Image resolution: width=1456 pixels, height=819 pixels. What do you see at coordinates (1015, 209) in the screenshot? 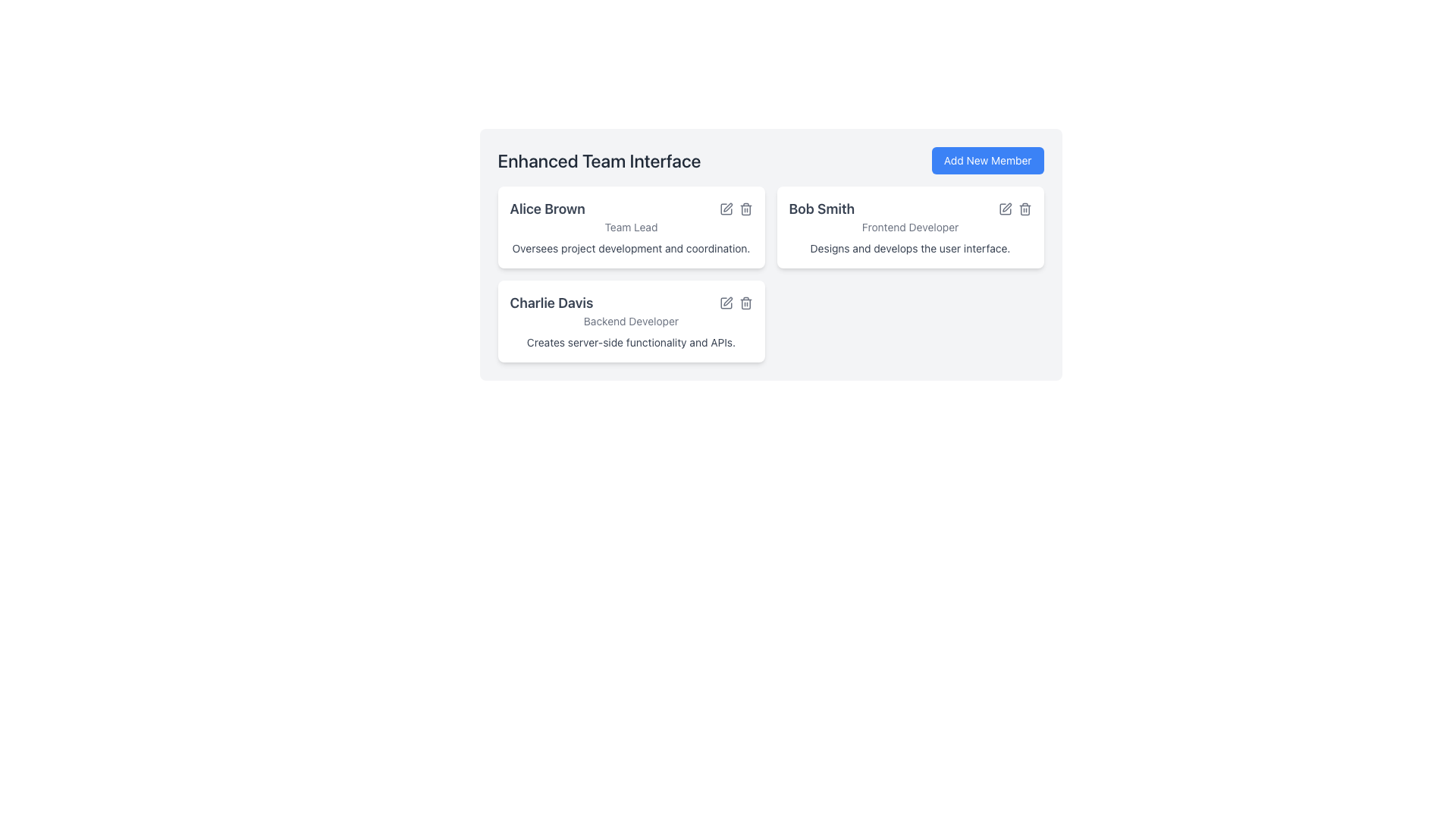
I see `the edit icon in the icon group with actions for 'Bob Smith'` at bounding box center [1015, 209].